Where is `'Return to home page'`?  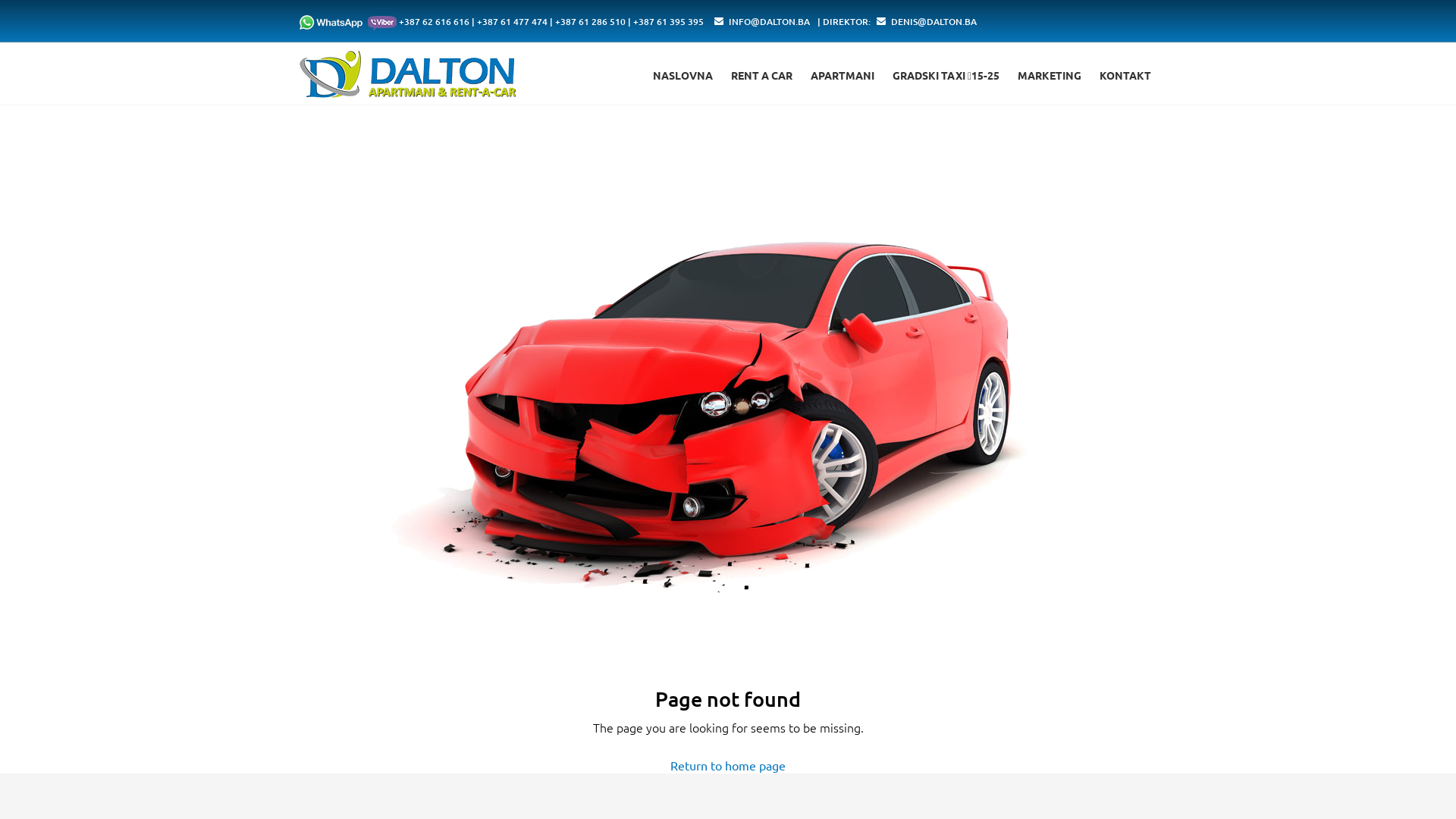
'Return to home page' is located at coordinates (728, 765).